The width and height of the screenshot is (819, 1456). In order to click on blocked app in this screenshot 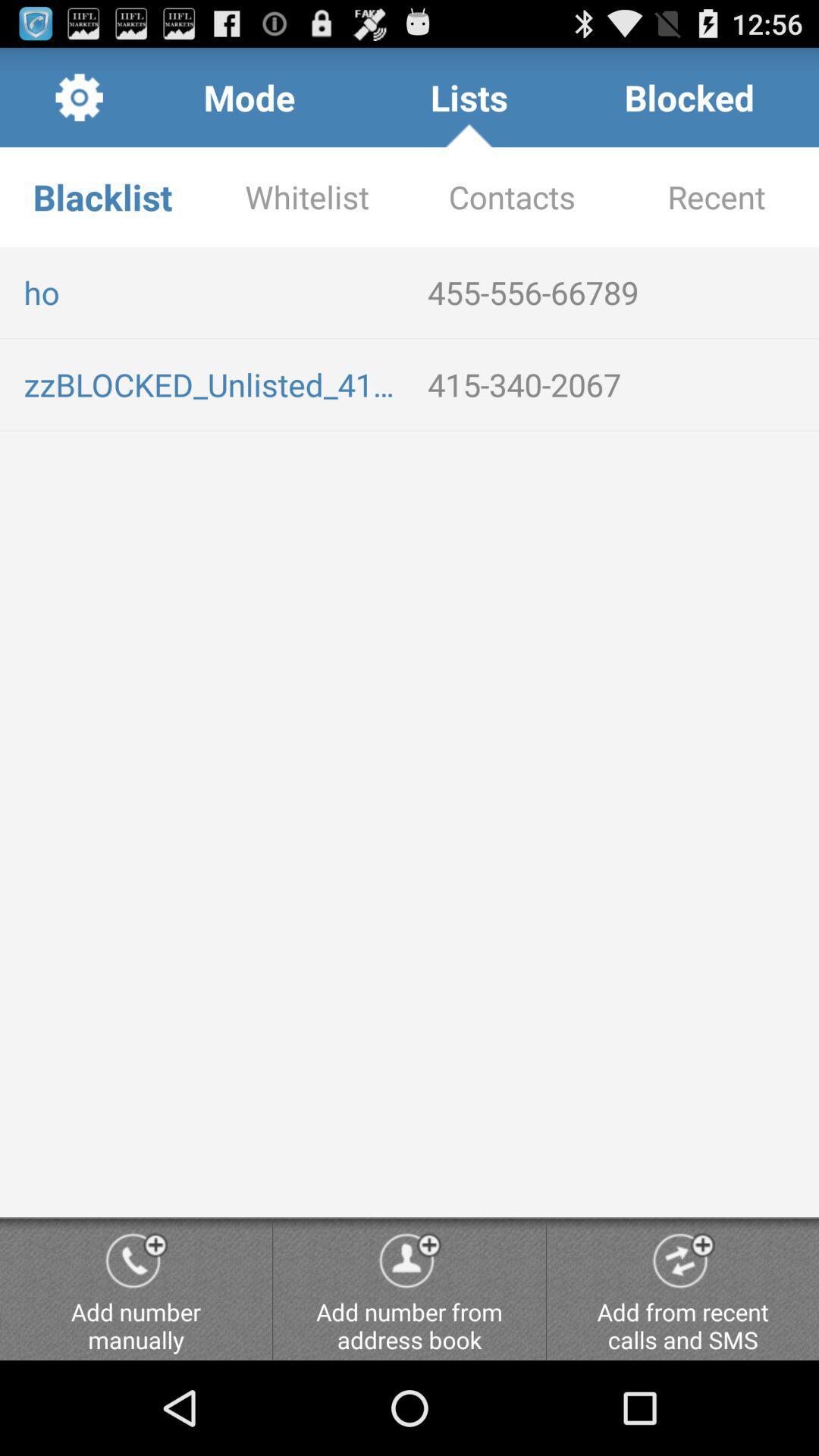, I will do `click(689, 96)`.